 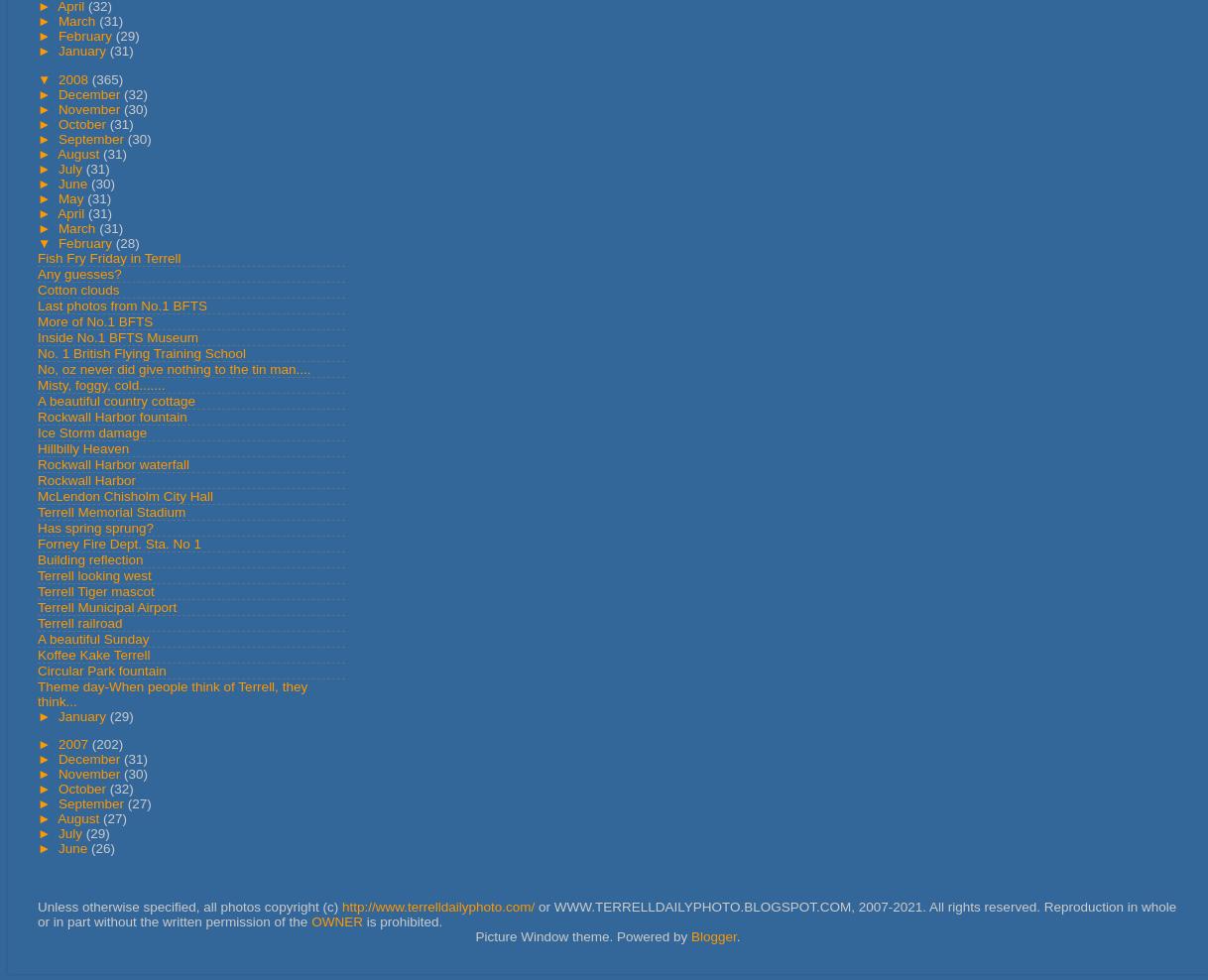 I want to click on 'OWNER', so click(x=335, y=920).